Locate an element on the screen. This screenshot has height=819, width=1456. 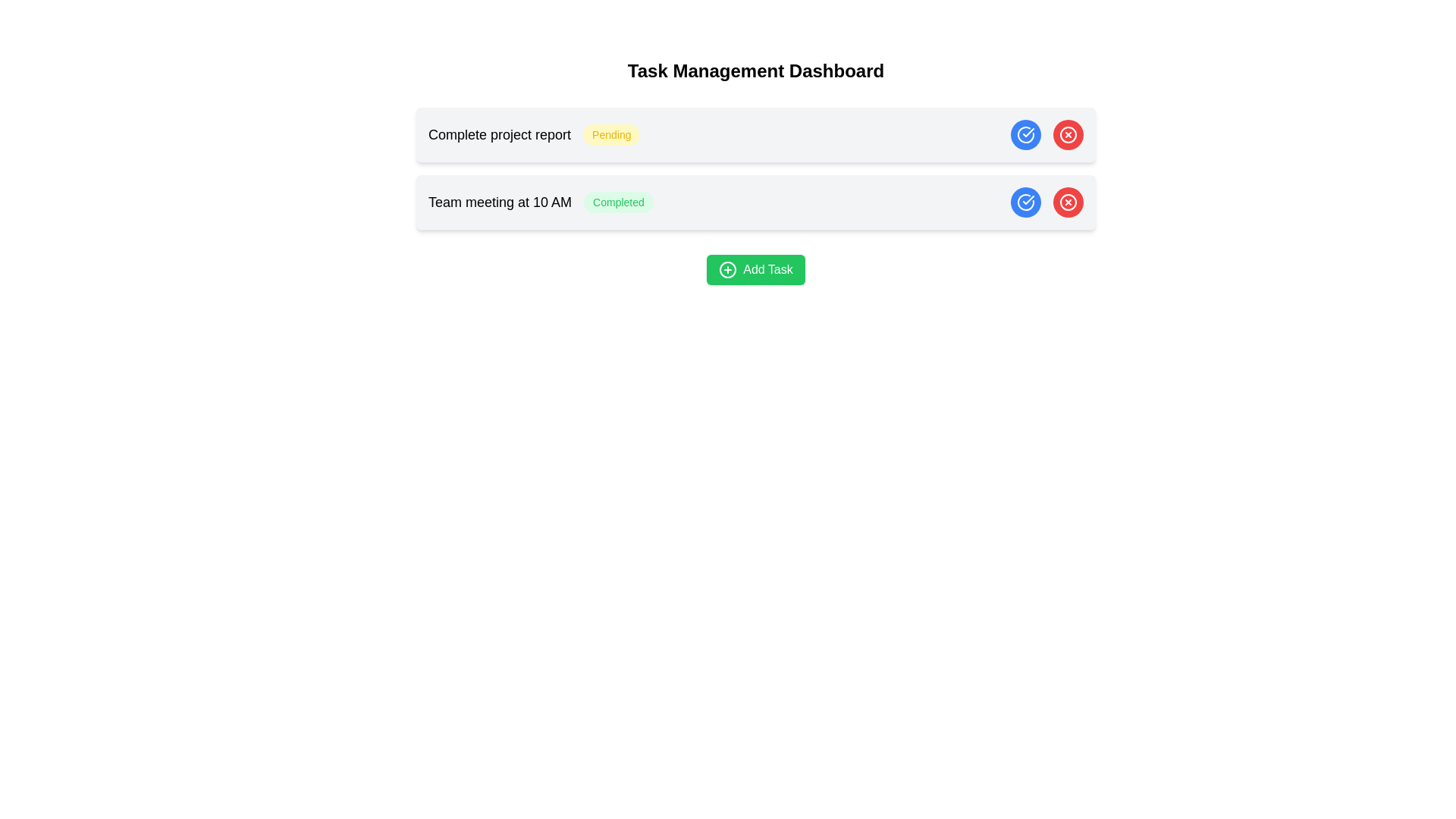
the tag-like label displaying 'Pending' with a pale yellow background, positioned to the right of 'Complete project report' is located at coordinates (611, 133).